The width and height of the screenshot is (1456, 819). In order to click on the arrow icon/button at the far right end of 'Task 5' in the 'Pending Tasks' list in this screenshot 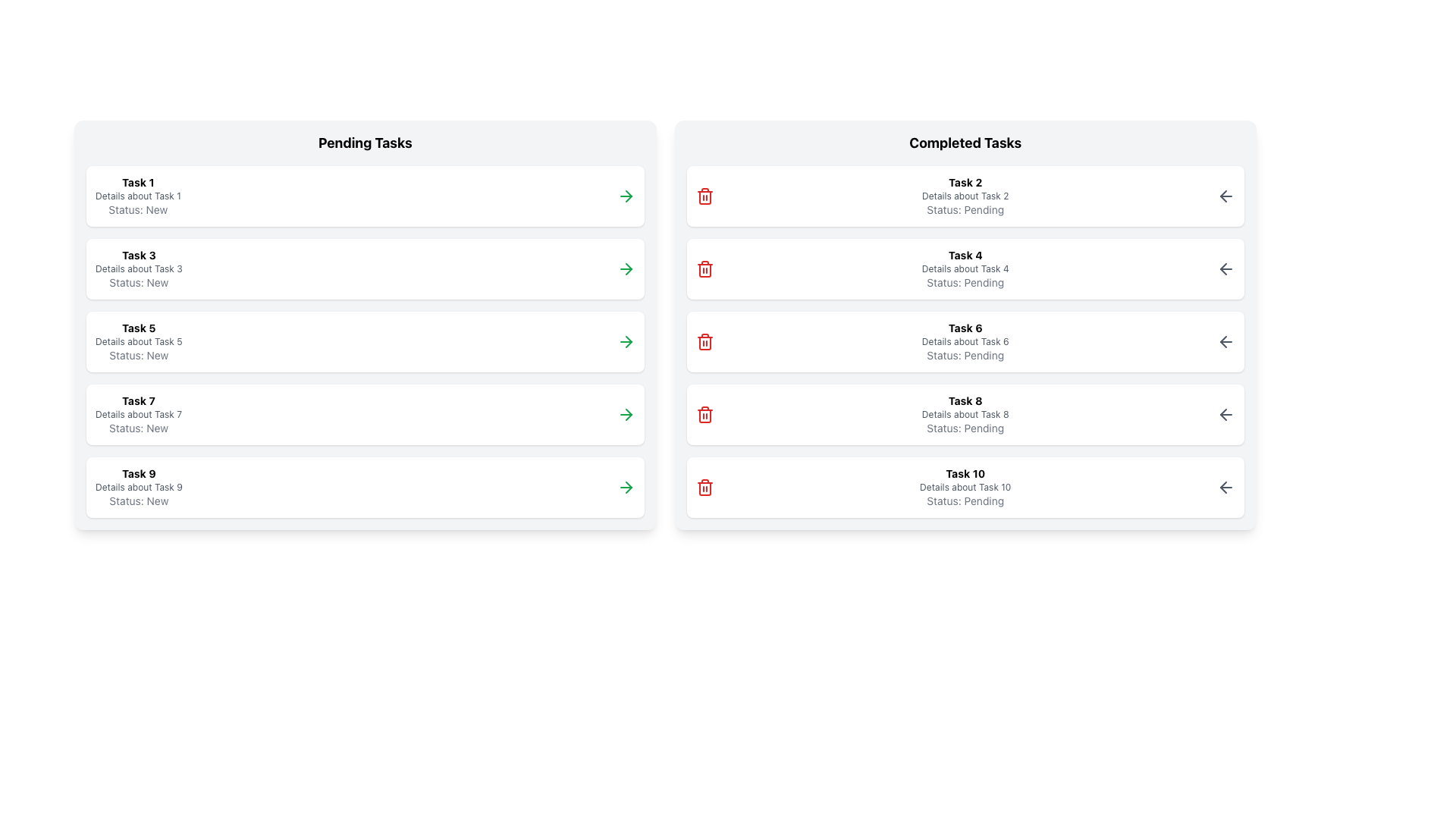, I will do `click(626, 342)`.